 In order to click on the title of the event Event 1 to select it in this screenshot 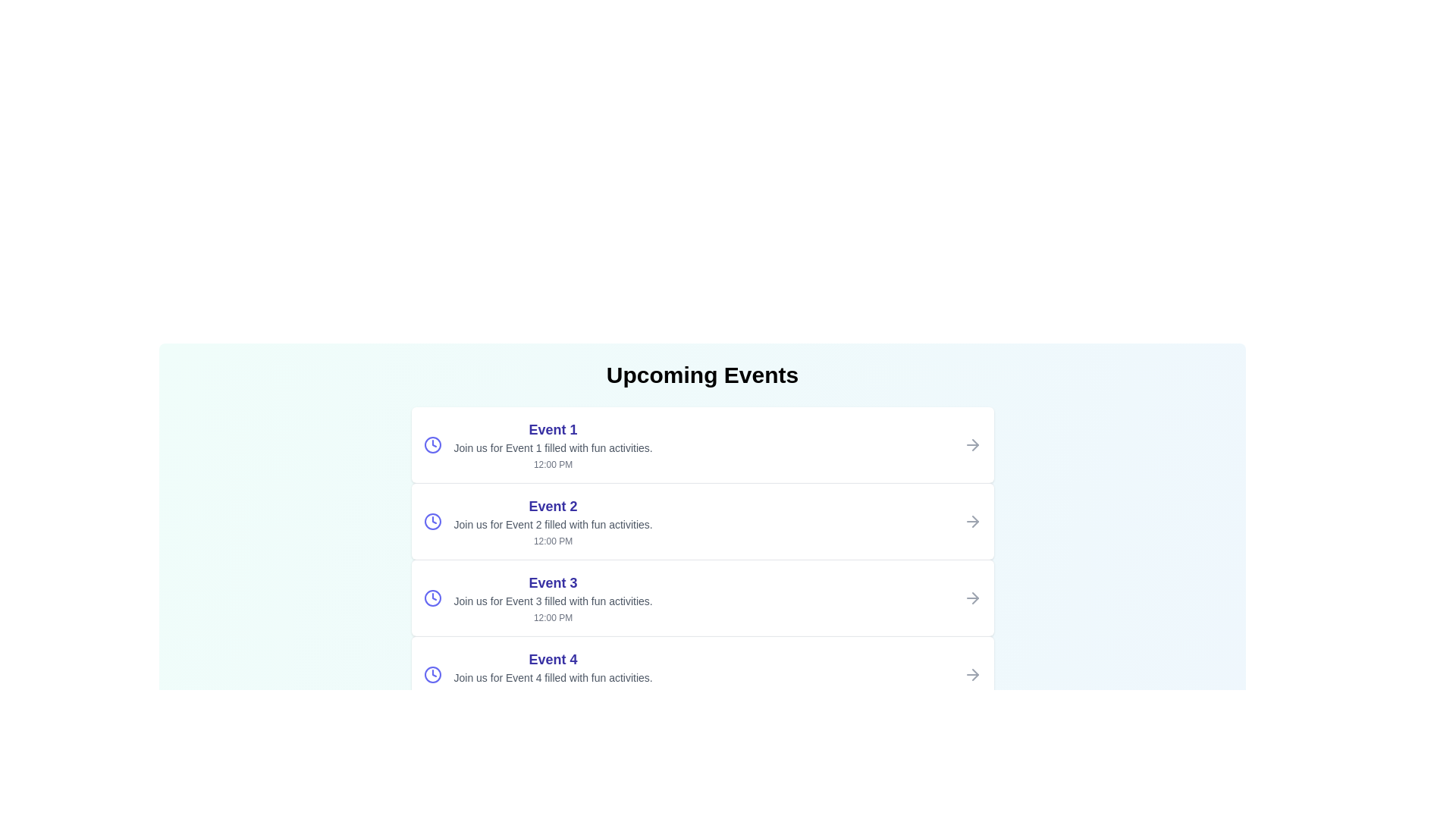, I will do `click(552, 430)`.